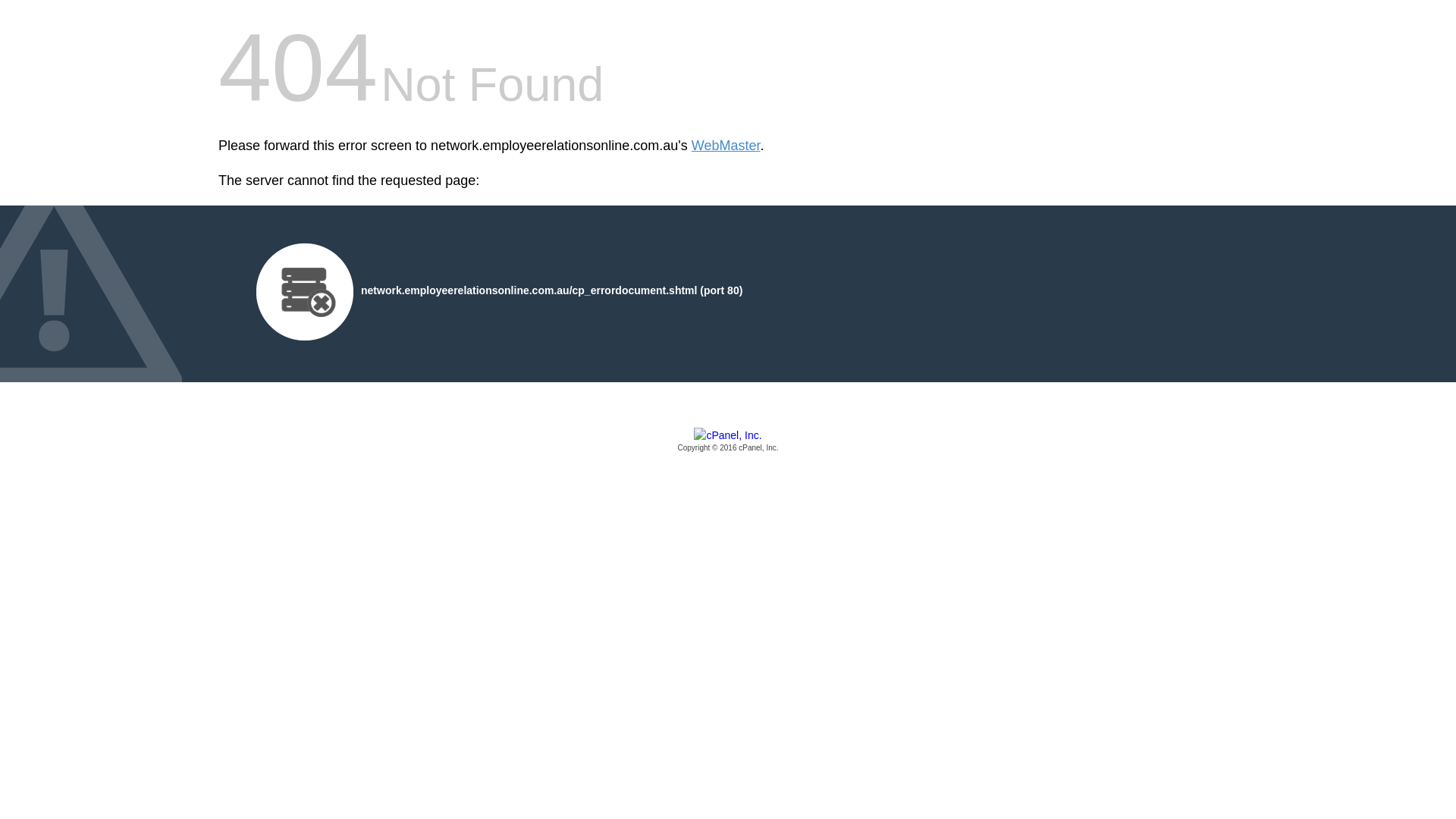 This screenshot has width=1456, height=819. What do you see at coordinates (725, 146) in the screenshot?
I see `'WebMaster'` at bounding box center [725, 146].